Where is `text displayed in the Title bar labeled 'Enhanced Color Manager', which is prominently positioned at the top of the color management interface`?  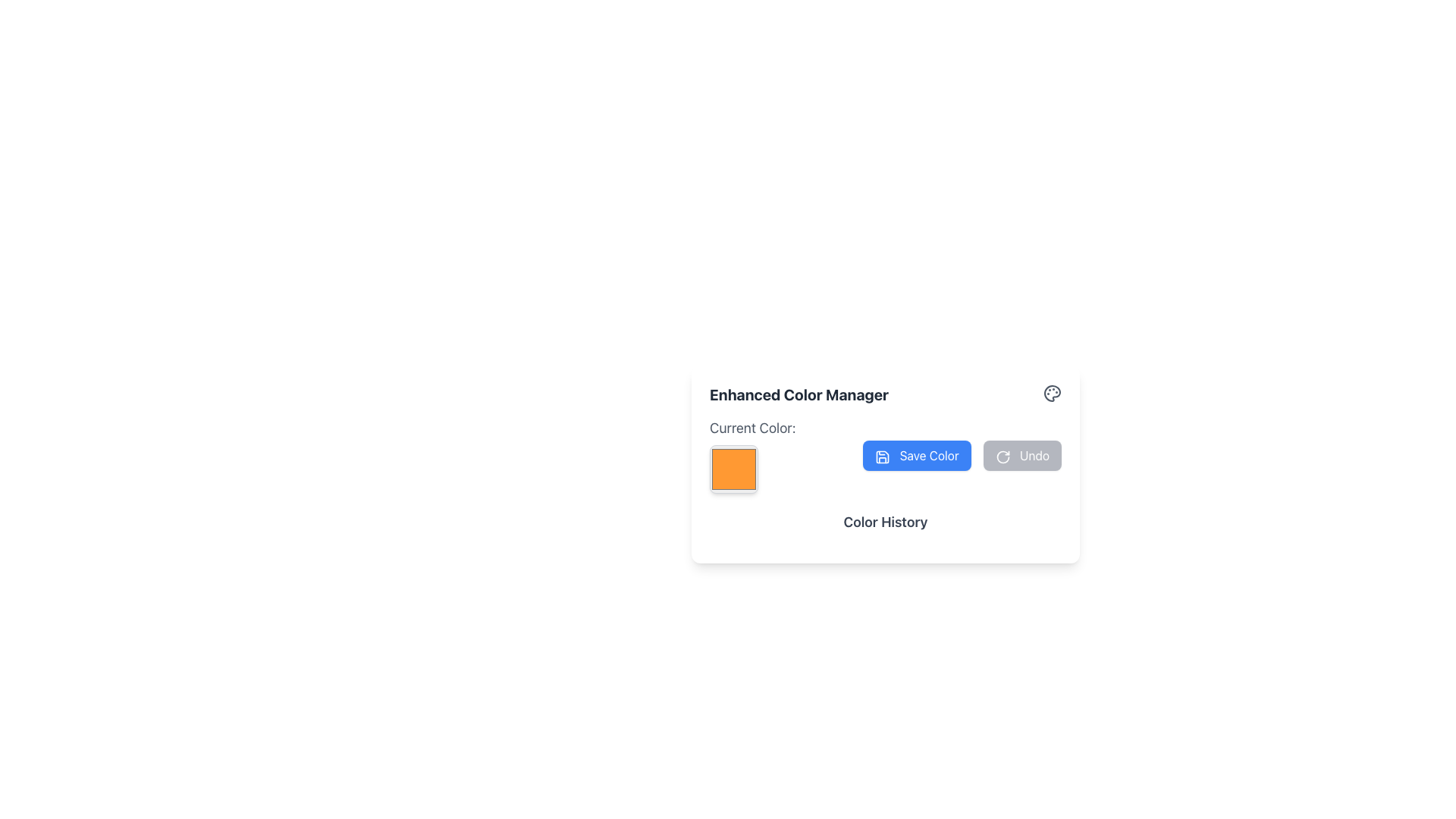 text displayed in the Title bar labeled 'Enhanced Color Manager', which is prominently positioned at the top of the color management interface is located at coordinates (885, 394).